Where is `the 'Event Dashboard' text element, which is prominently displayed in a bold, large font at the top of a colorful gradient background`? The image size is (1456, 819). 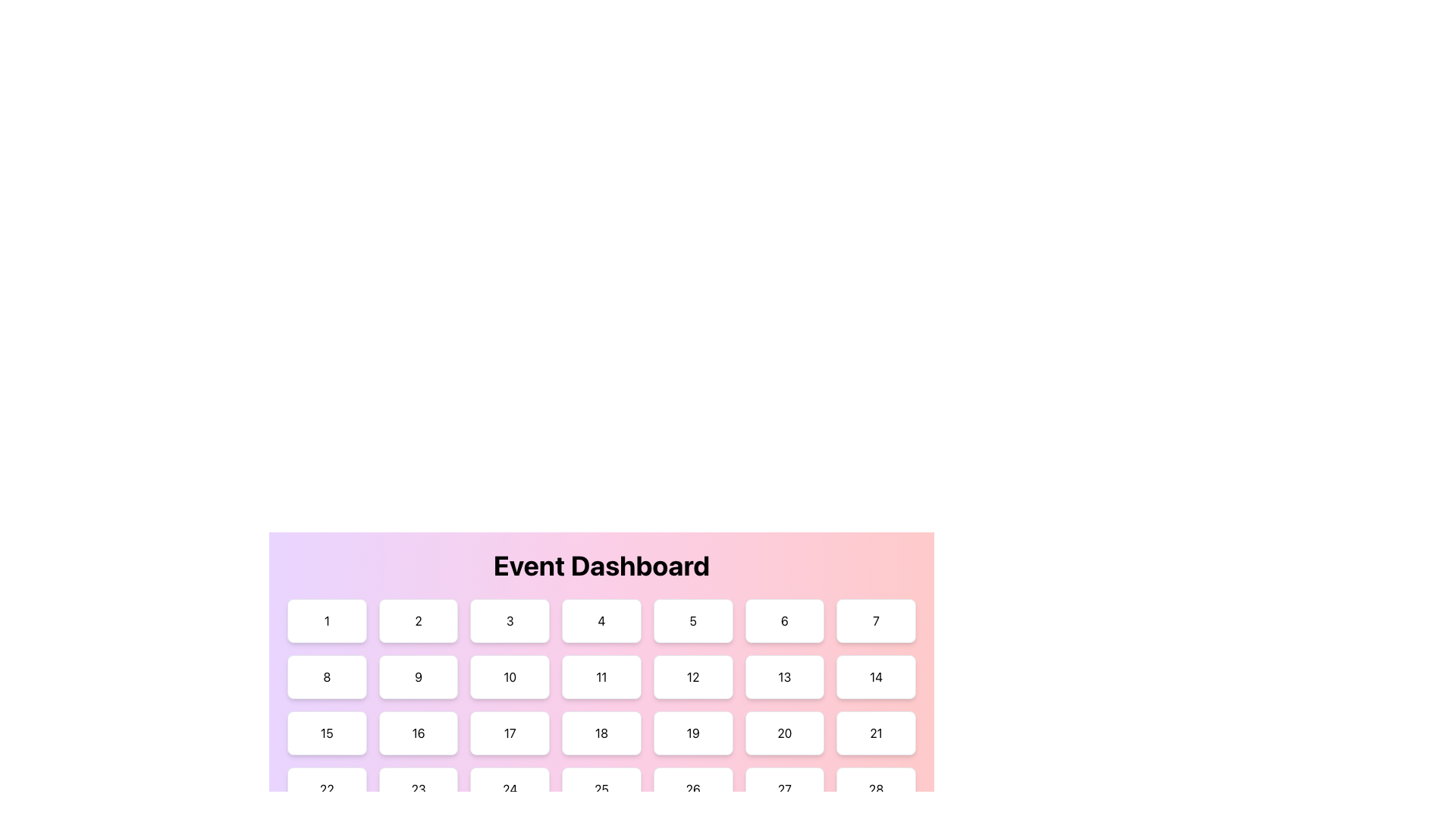 the 'Event Dashboard' text element, which is prominently displayed in a bold, large font at the top of a colorful gradient background is located at coordinates (601, 565).